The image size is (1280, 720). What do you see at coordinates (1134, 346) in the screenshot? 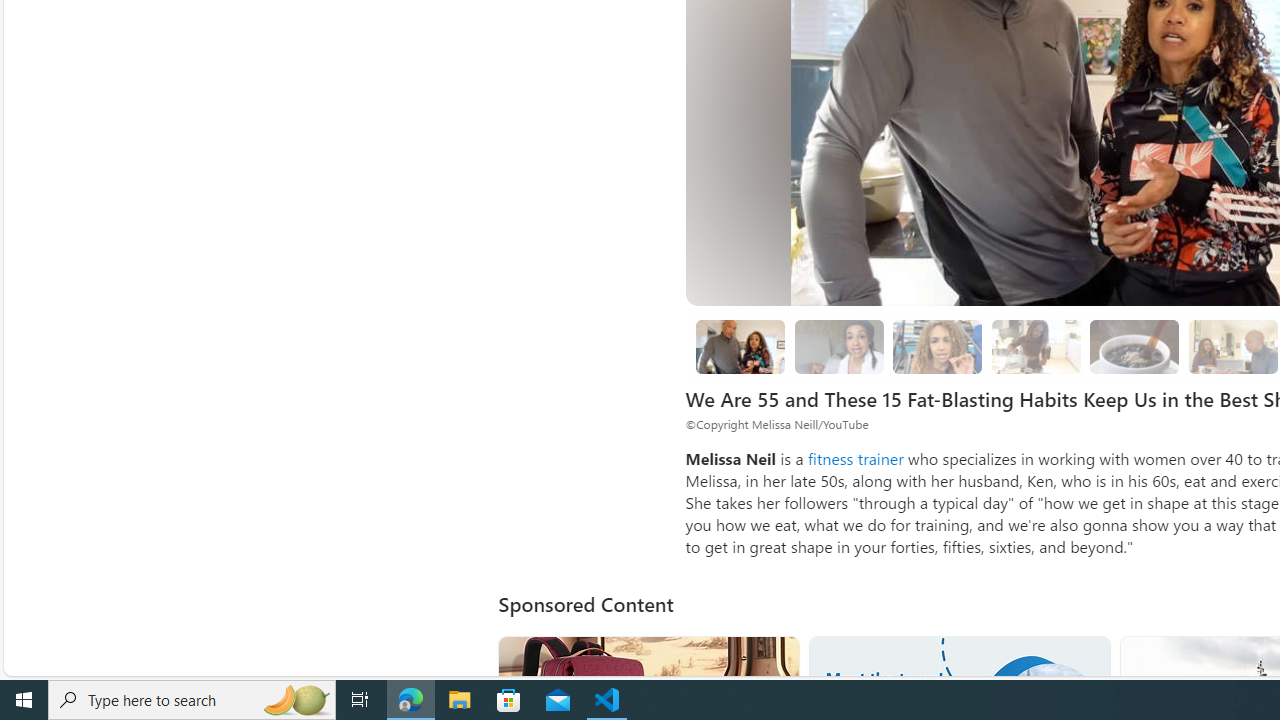
I see `'8 Be Mindful of Coffee'` at bounding box center [1134, 346].